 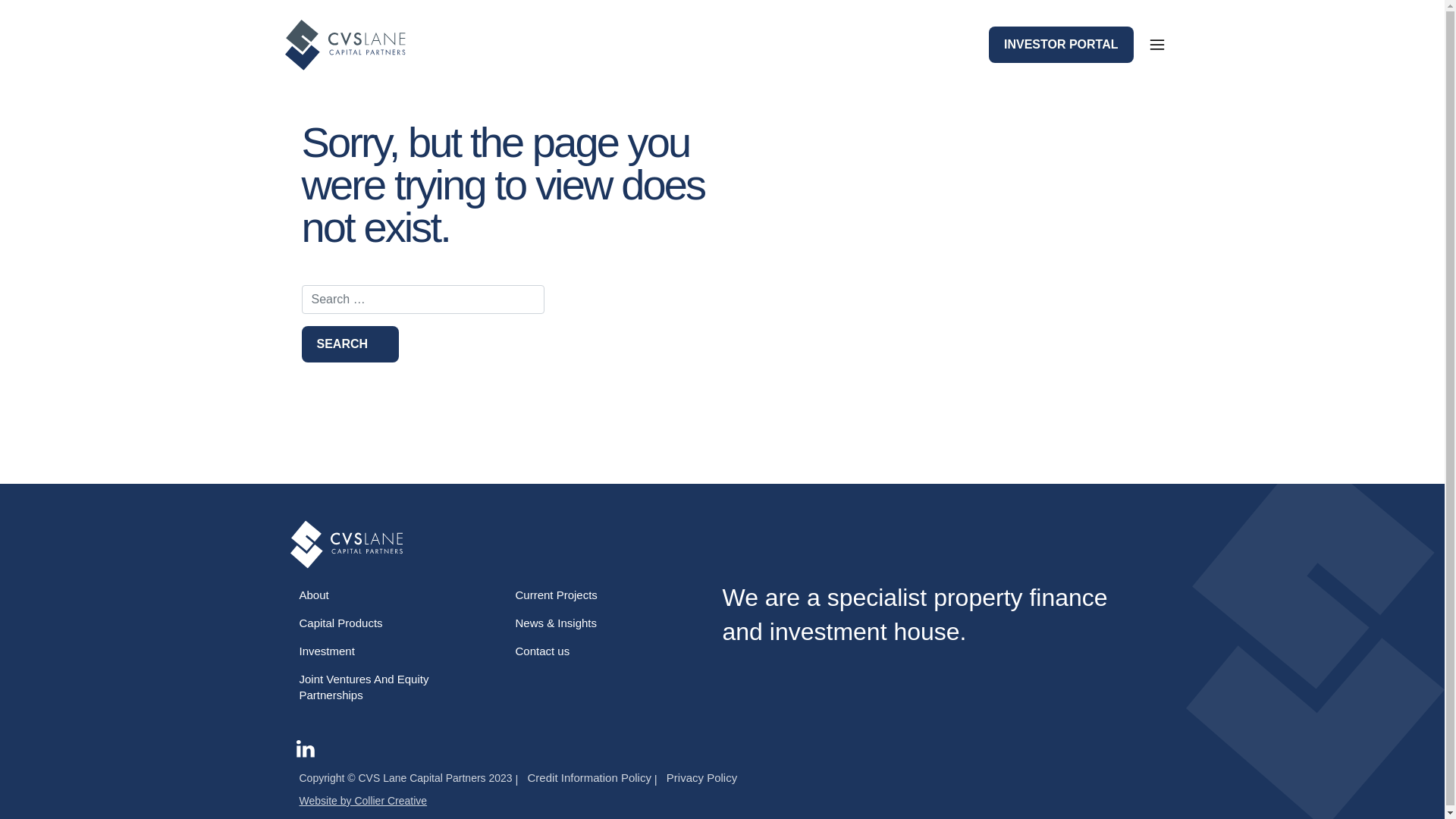 I want to click on 'INVESTOR PORTAL', so click(x=1060, y=43).